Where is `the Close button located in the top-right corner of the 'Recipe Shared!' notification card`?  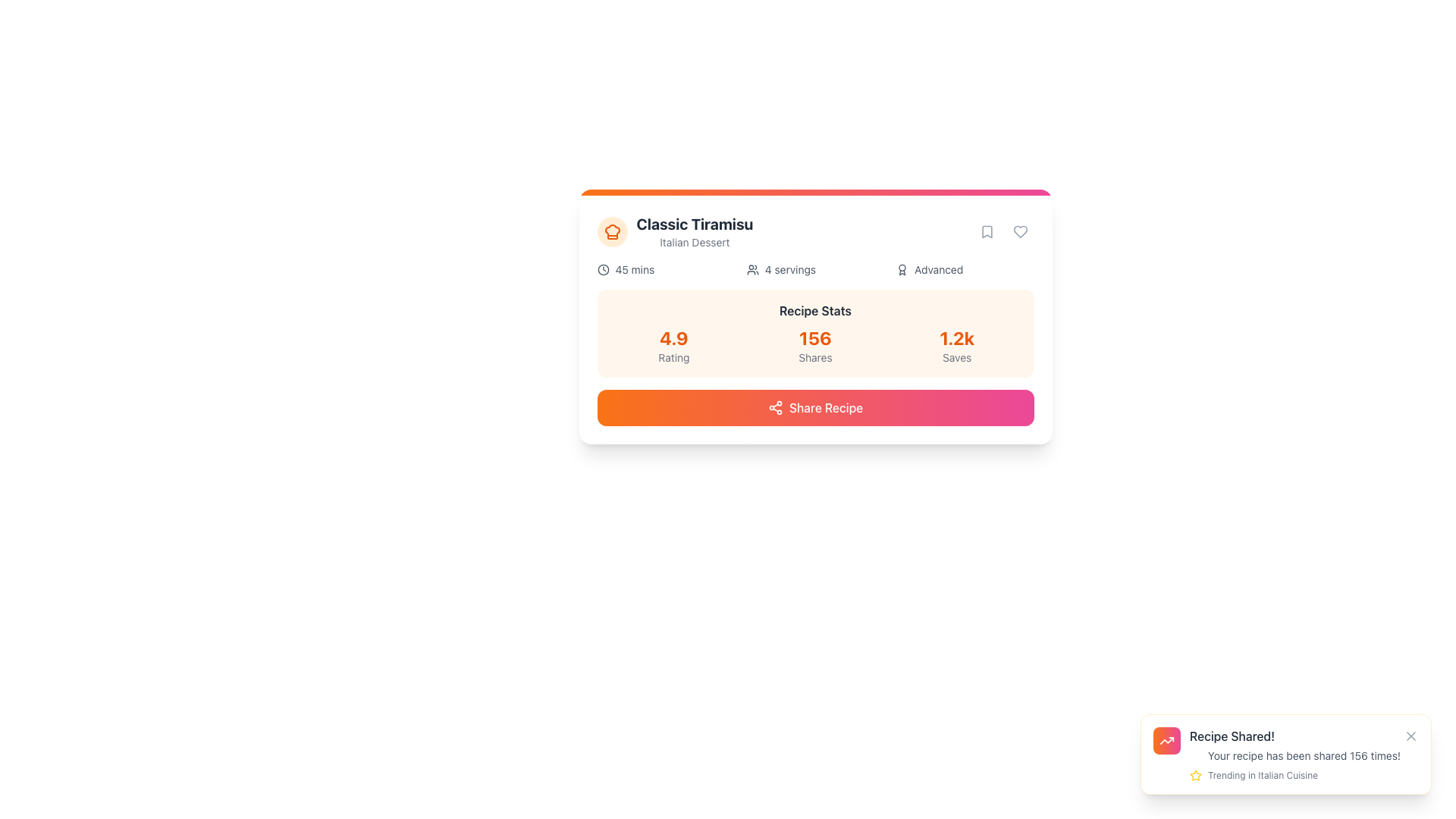
the Close button located in the top-right corner of the 'Recipe Shared!' notification card is located at coordinates (1410, 736).